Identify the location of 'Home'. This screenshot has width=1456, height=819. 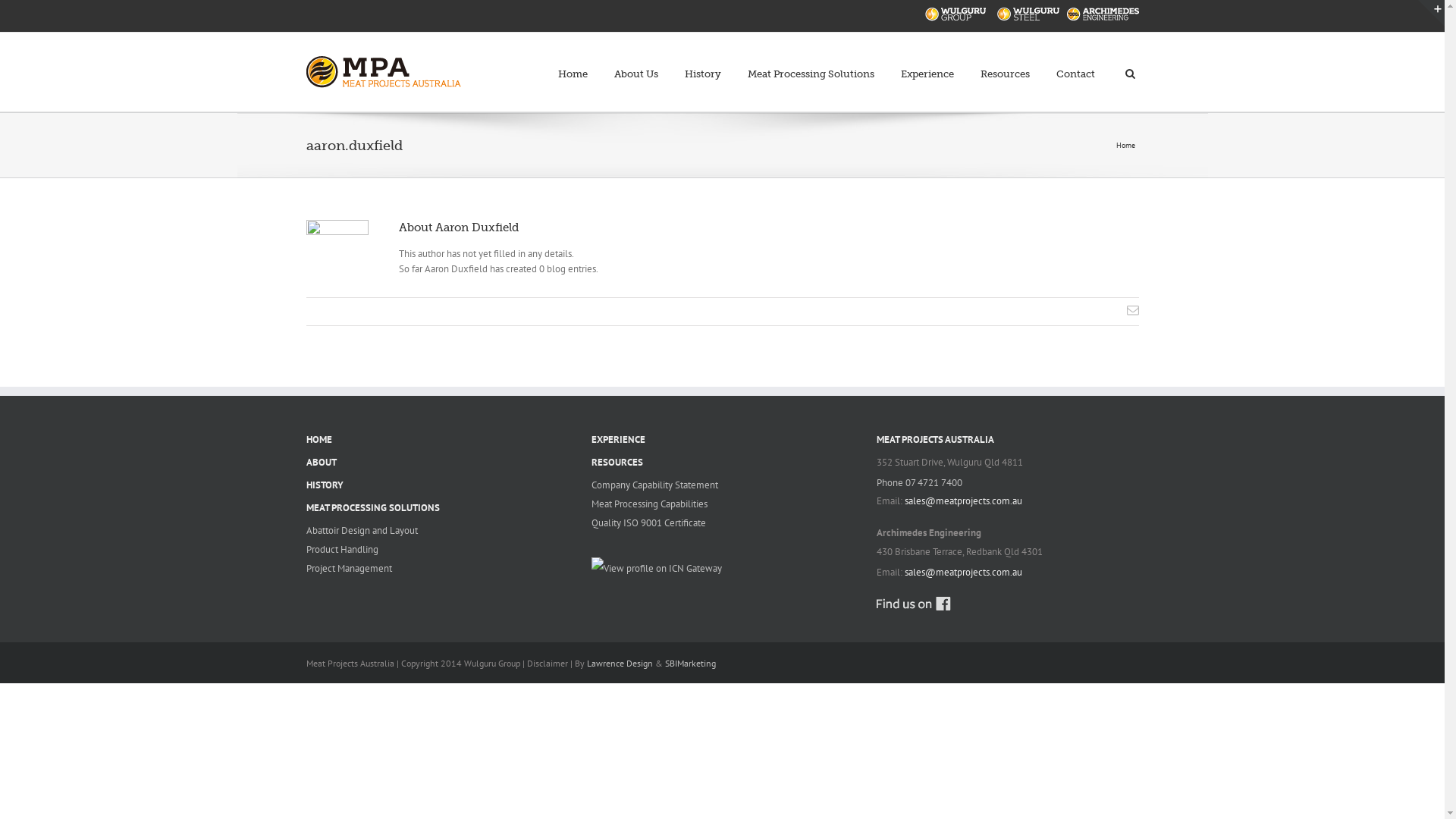
(572, 64).